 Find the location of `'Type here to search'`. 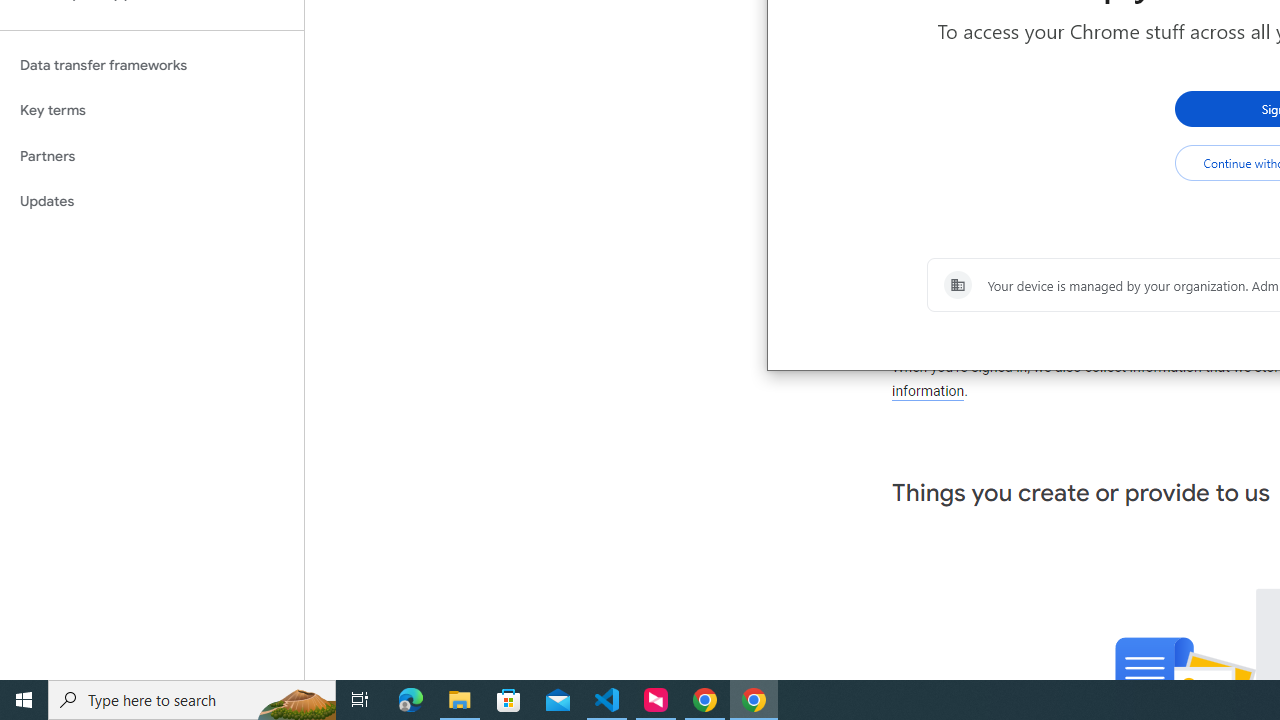

'Type here to search' is located at coordinates (192, 698).